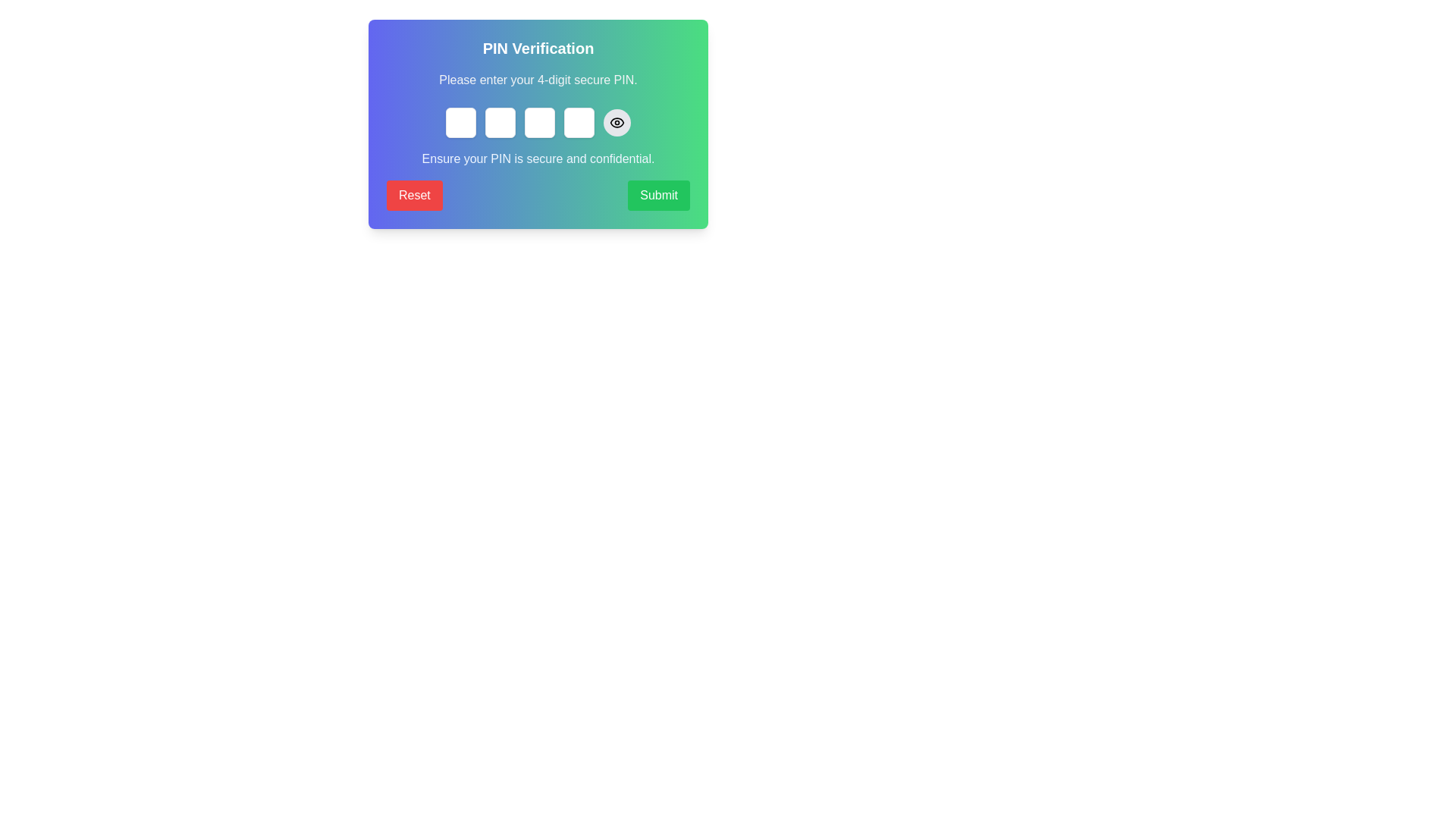  What do you see at coordinates (538, 80) in the screenshot?
I see `the text label that provides instructions or guidance for entering the secure 4-digit PIN, located below the 'PIN Verification' text element` at bounding box center [538, 80].